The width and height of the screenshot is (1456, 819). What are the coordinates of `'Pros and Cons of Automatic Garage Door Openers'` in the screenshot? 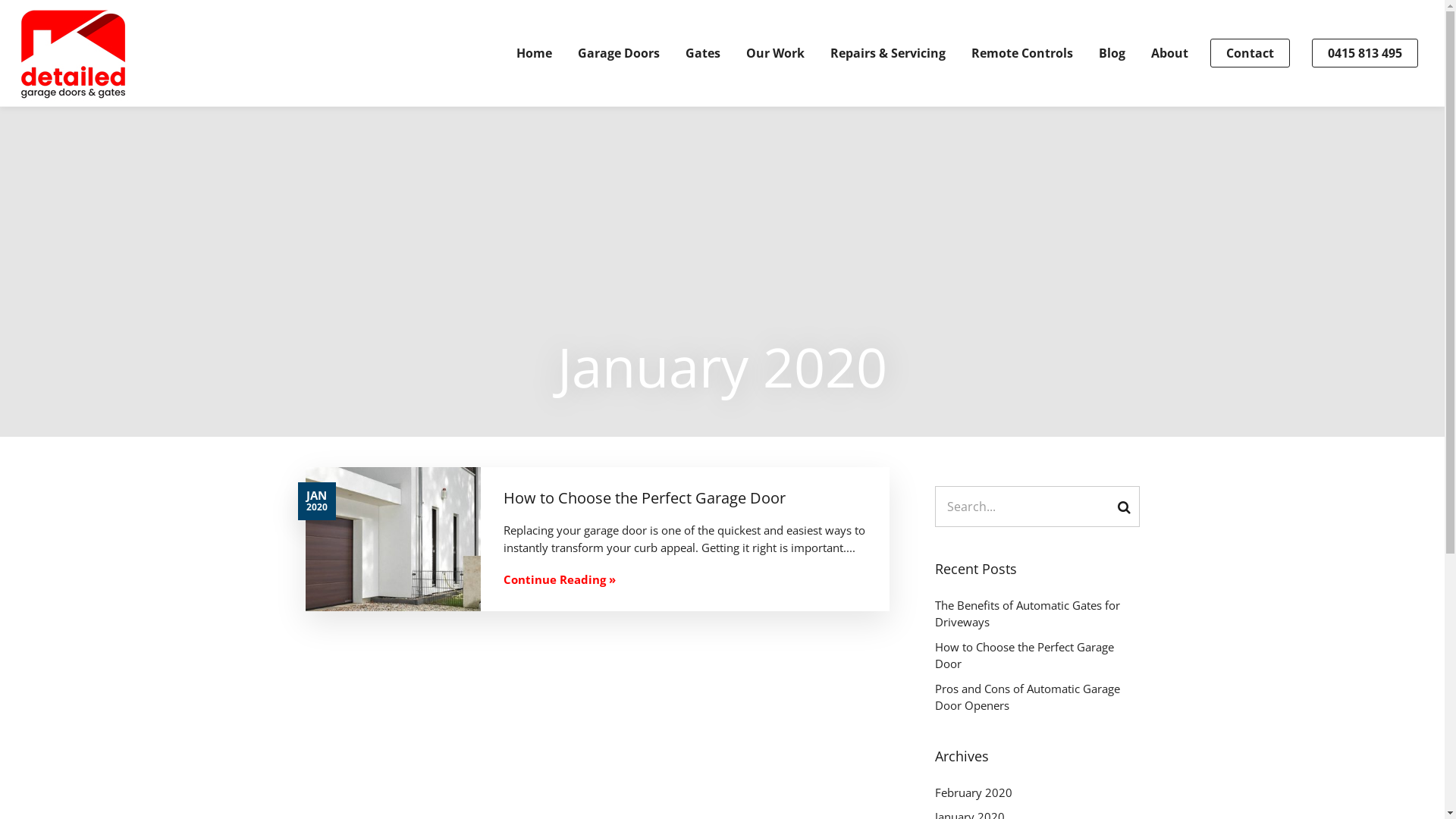 It's located at (1036, 697).